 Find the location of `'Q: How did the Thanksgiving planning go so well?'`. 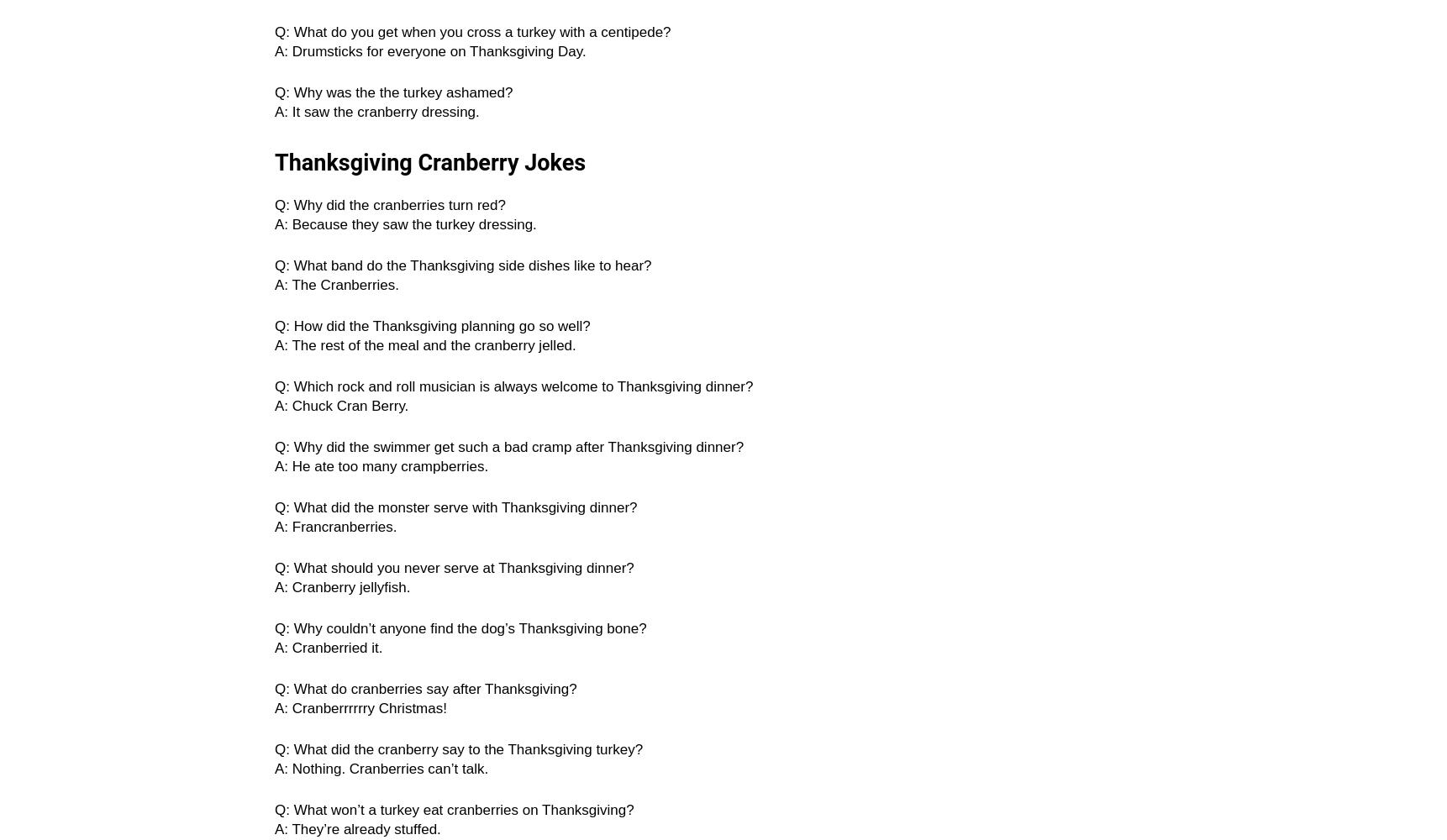

'Q: How did the Thanksgiving planning go so well?' is located at coordinates (432, 326).